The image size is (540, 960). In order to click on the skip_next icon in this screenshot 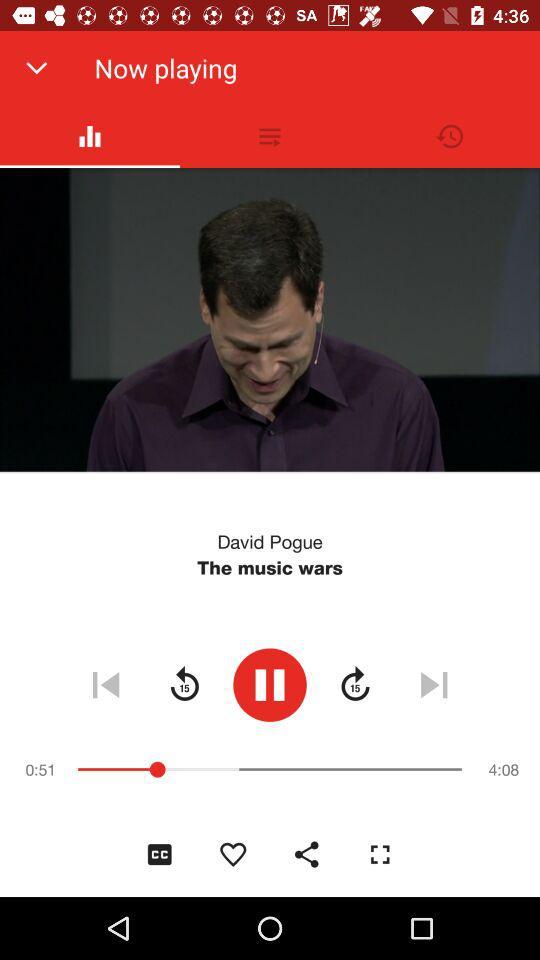, I will do `click(433, 684)`.